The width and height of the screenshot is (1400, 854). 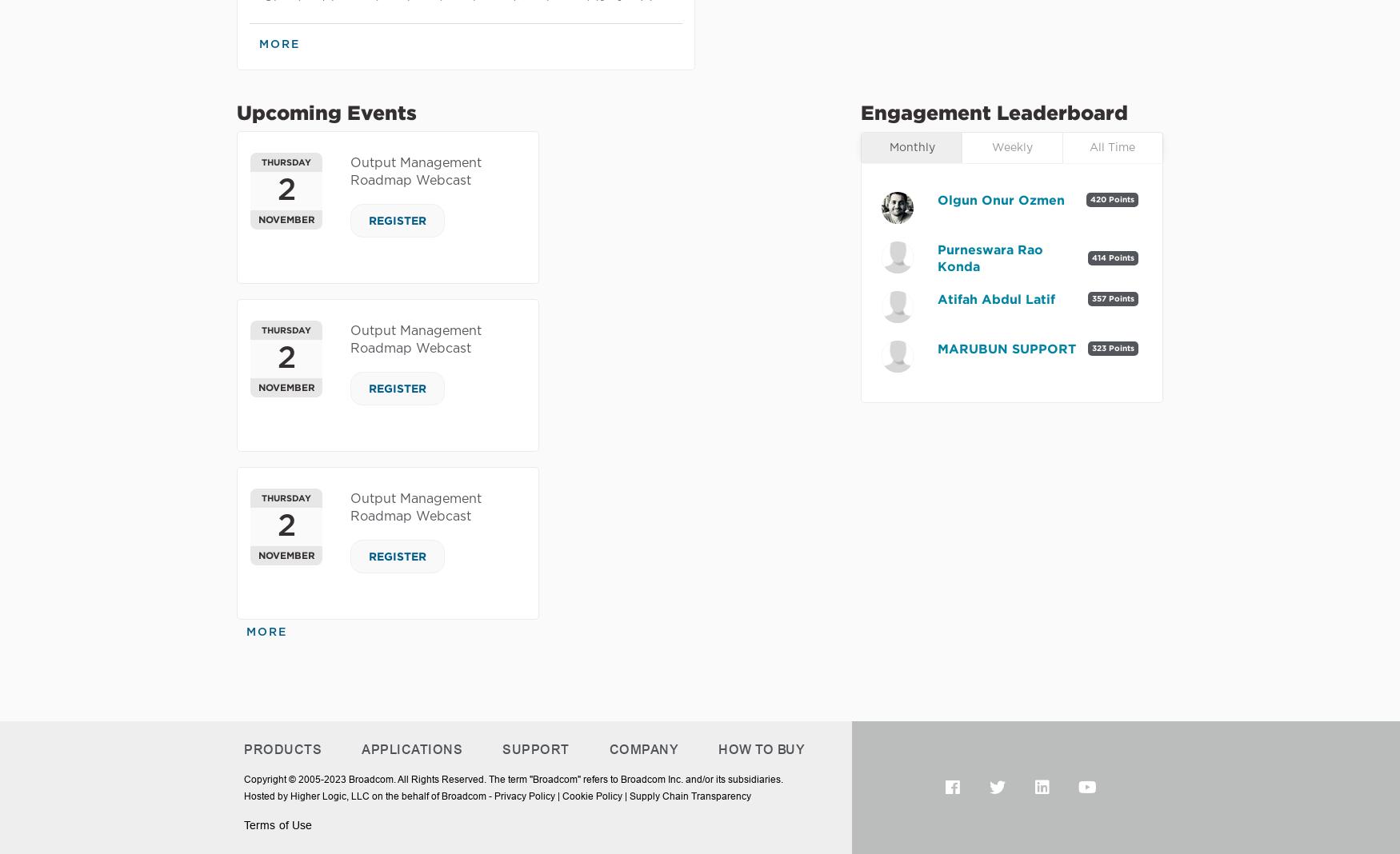 What do you see at coordinates (502, 748) in the screenshot?
I see `'Support'` at bounding box center [502, 748].